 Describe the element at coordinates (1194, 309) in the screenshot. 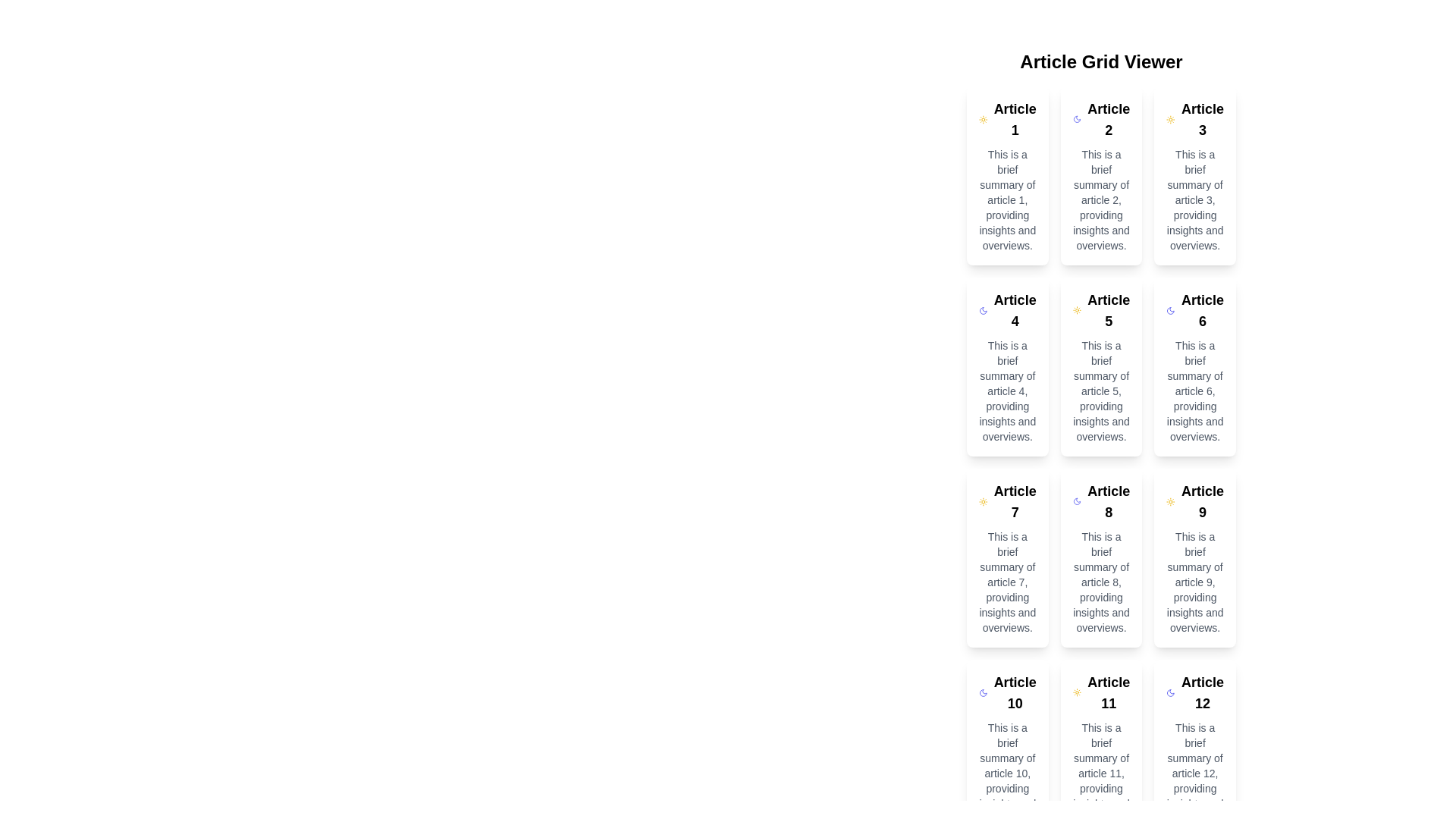

I see `title text of the card labeled 'Article 6', which is positioned at the top of the card in the second row and third column of a 4 by 3 grid` at that location.